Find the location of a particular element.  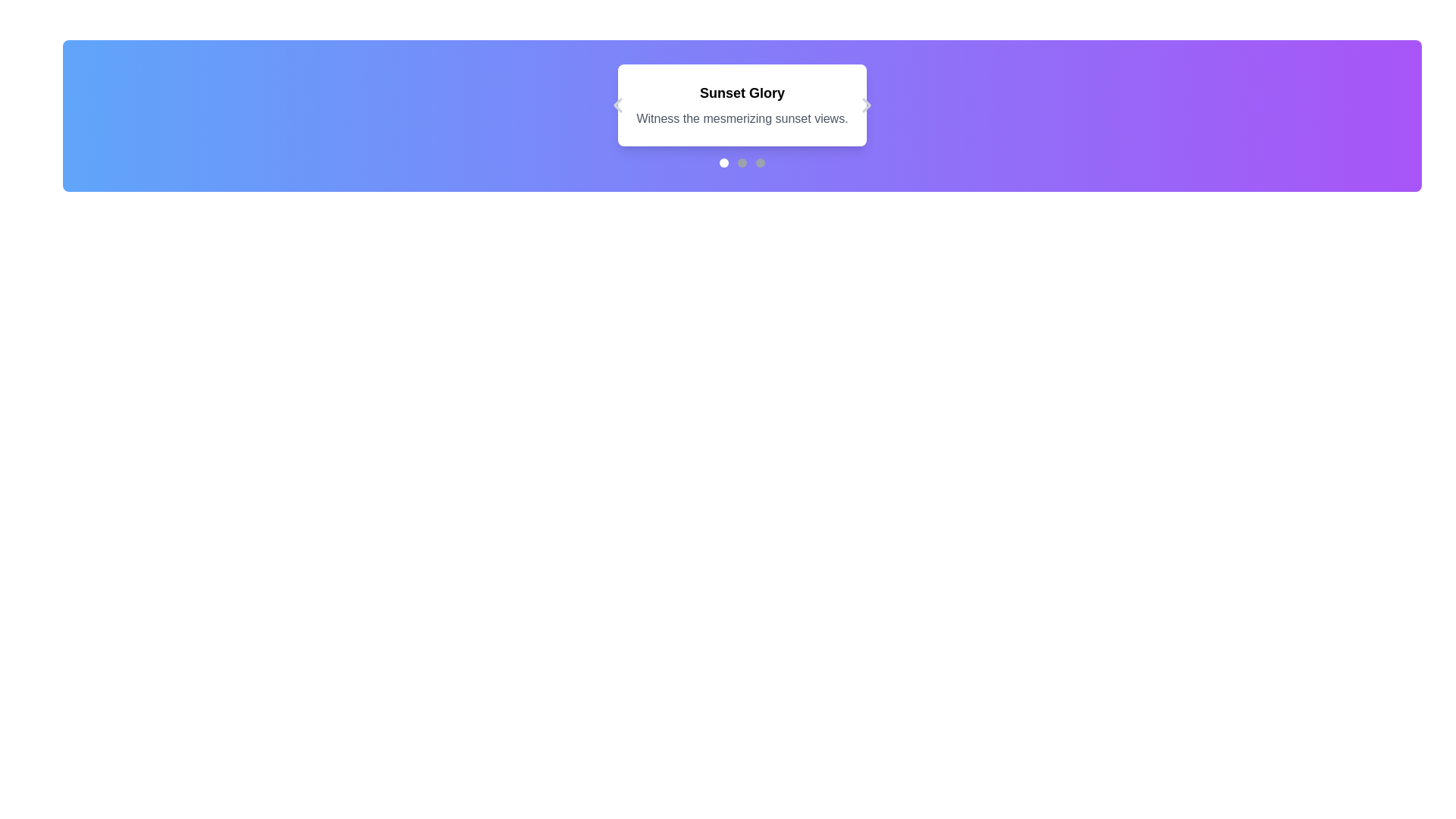

the middle gray indicator of the Carousel navigation indicator group is located at coordinates (742, 163).